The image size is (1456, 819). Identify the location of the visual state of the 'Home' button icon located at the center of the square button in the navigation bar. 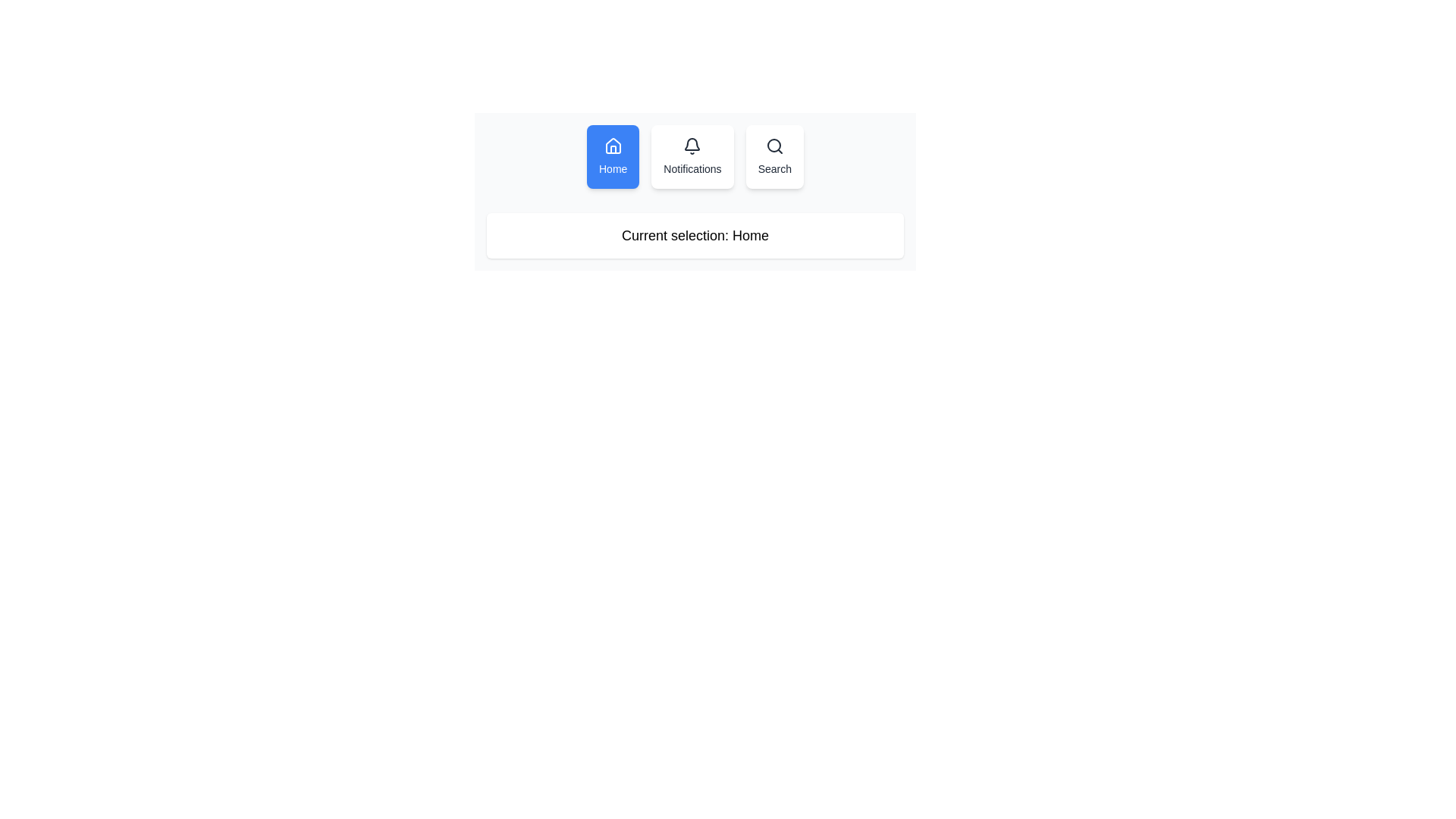
(613, 146).